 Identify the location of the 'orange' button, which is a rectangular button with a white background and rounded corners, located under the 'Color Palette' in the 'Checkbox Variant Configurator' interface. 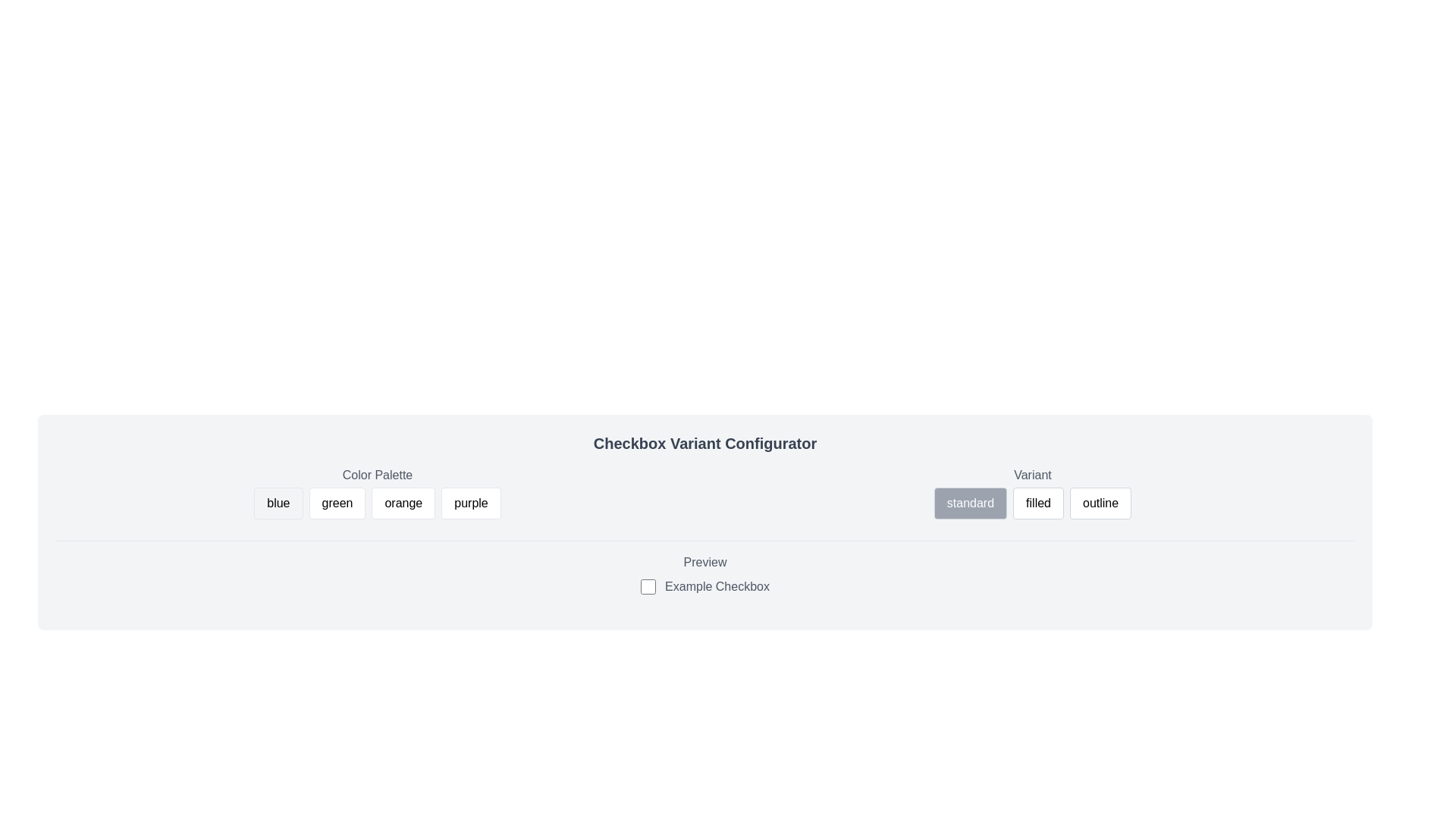
(378, 494).